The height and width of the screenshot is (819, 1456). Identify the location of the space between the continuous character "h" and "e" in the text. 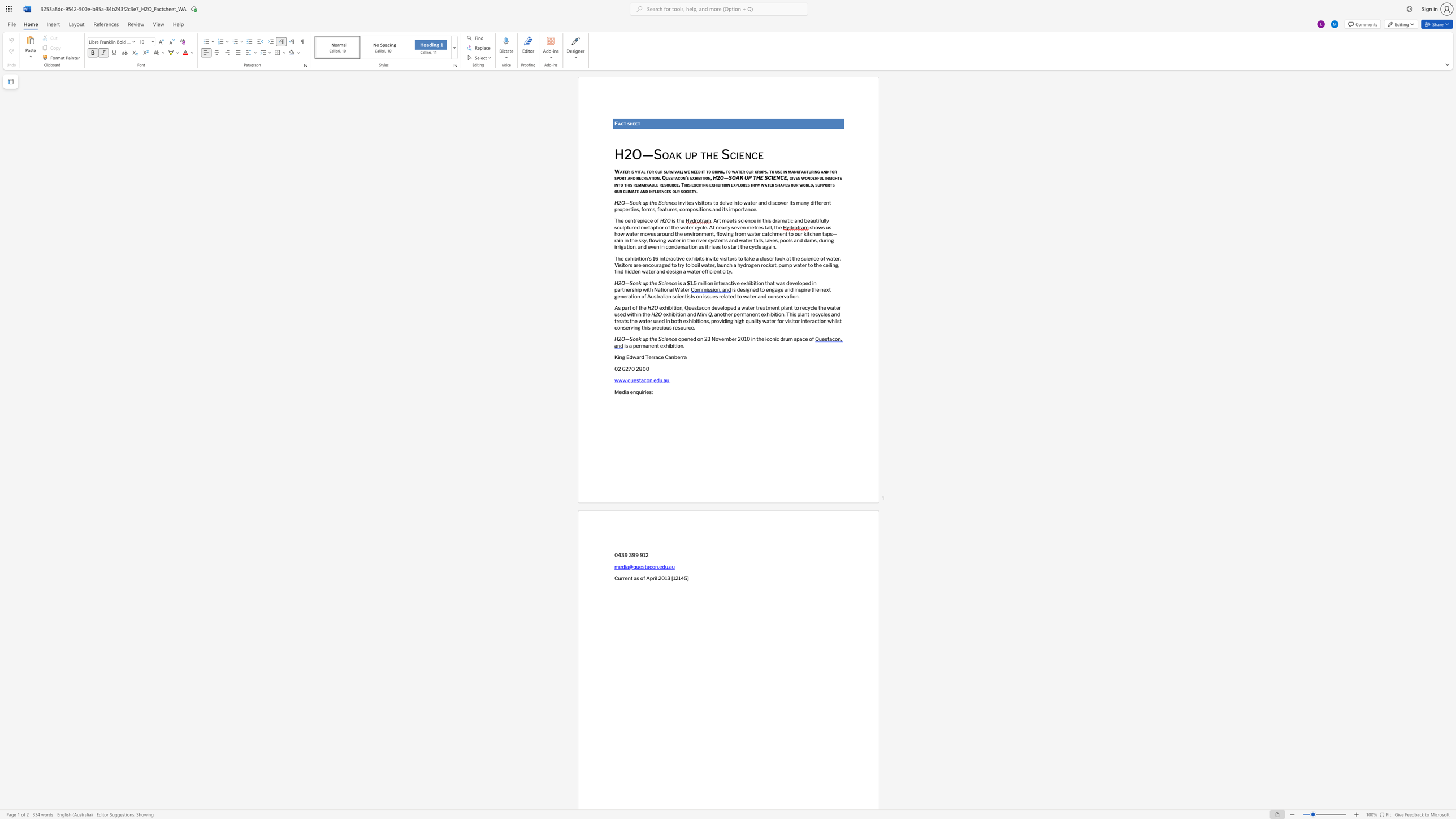
(632, 123).